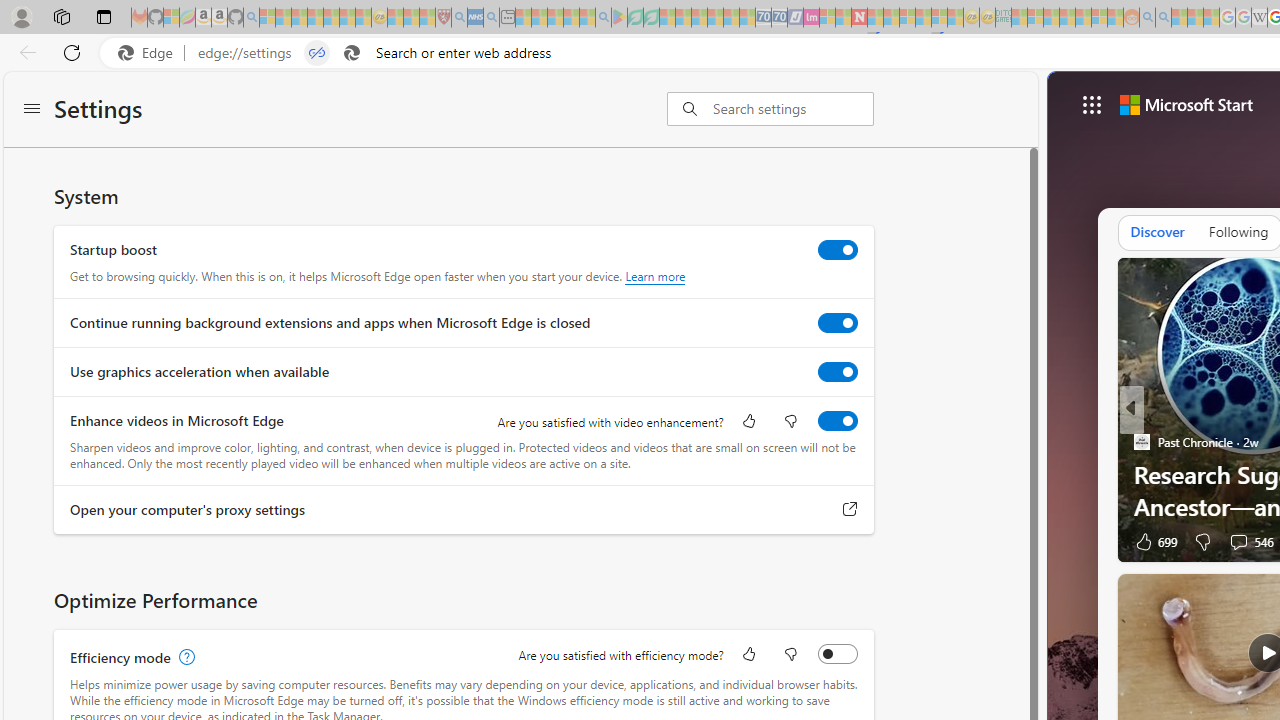  What do you see at coordinates (1258, 17) in the screenshot?
I see `'Target page - Wikipedia - Sleeping'` at bounding box center [1258, 17].